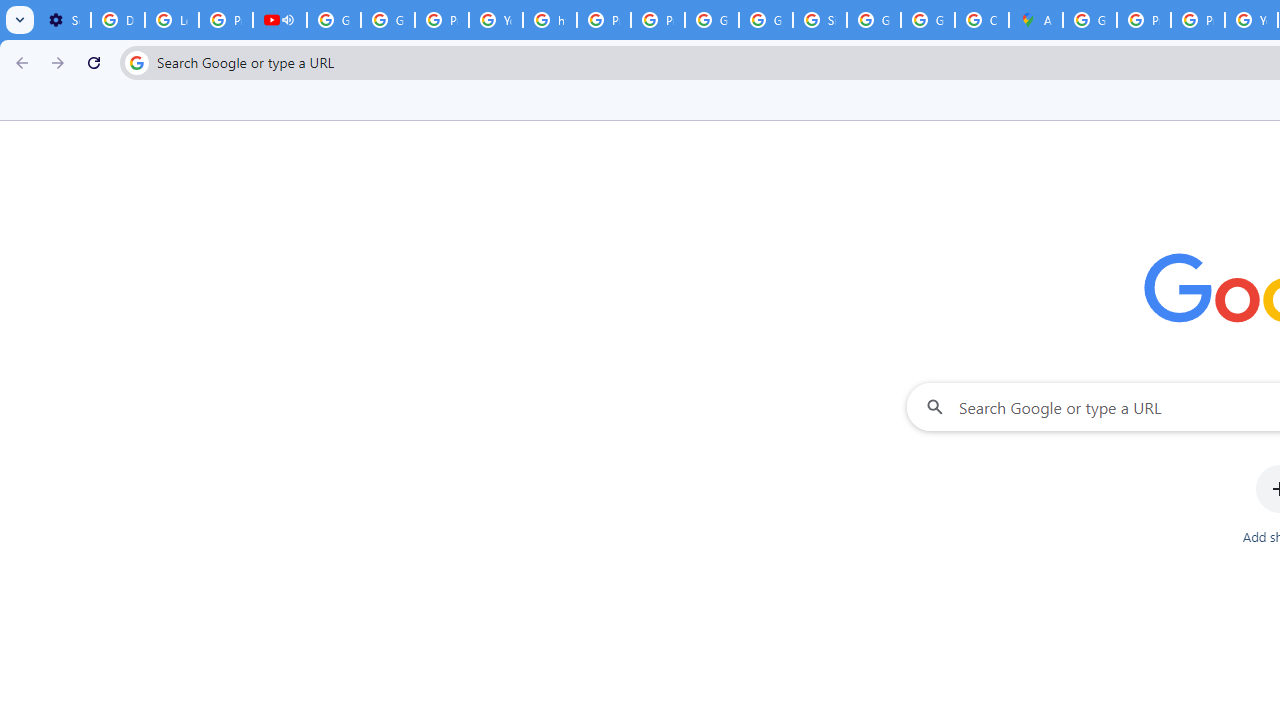 The height and width of the screenshot is (720, 1280). I want to click on 'Settings - Performance', so click(64, 20).